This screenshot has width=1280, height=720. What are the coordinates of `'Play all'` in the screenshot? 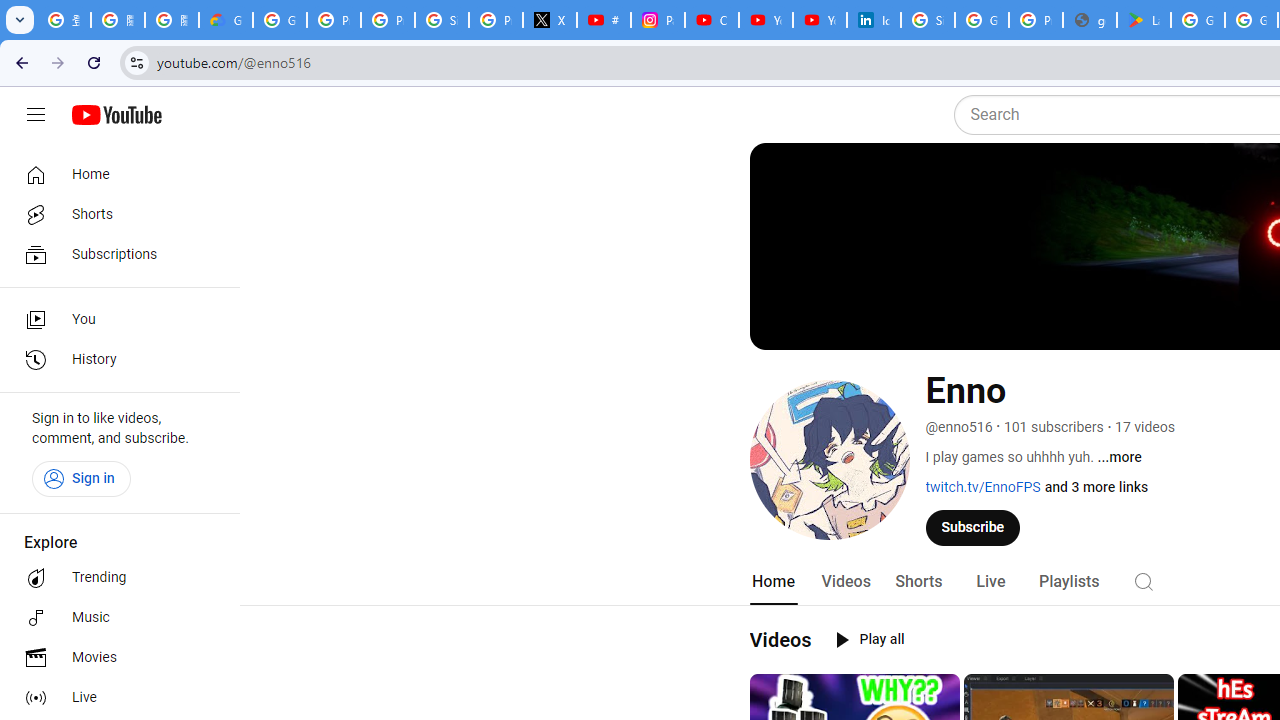 It's located at (870, 640).